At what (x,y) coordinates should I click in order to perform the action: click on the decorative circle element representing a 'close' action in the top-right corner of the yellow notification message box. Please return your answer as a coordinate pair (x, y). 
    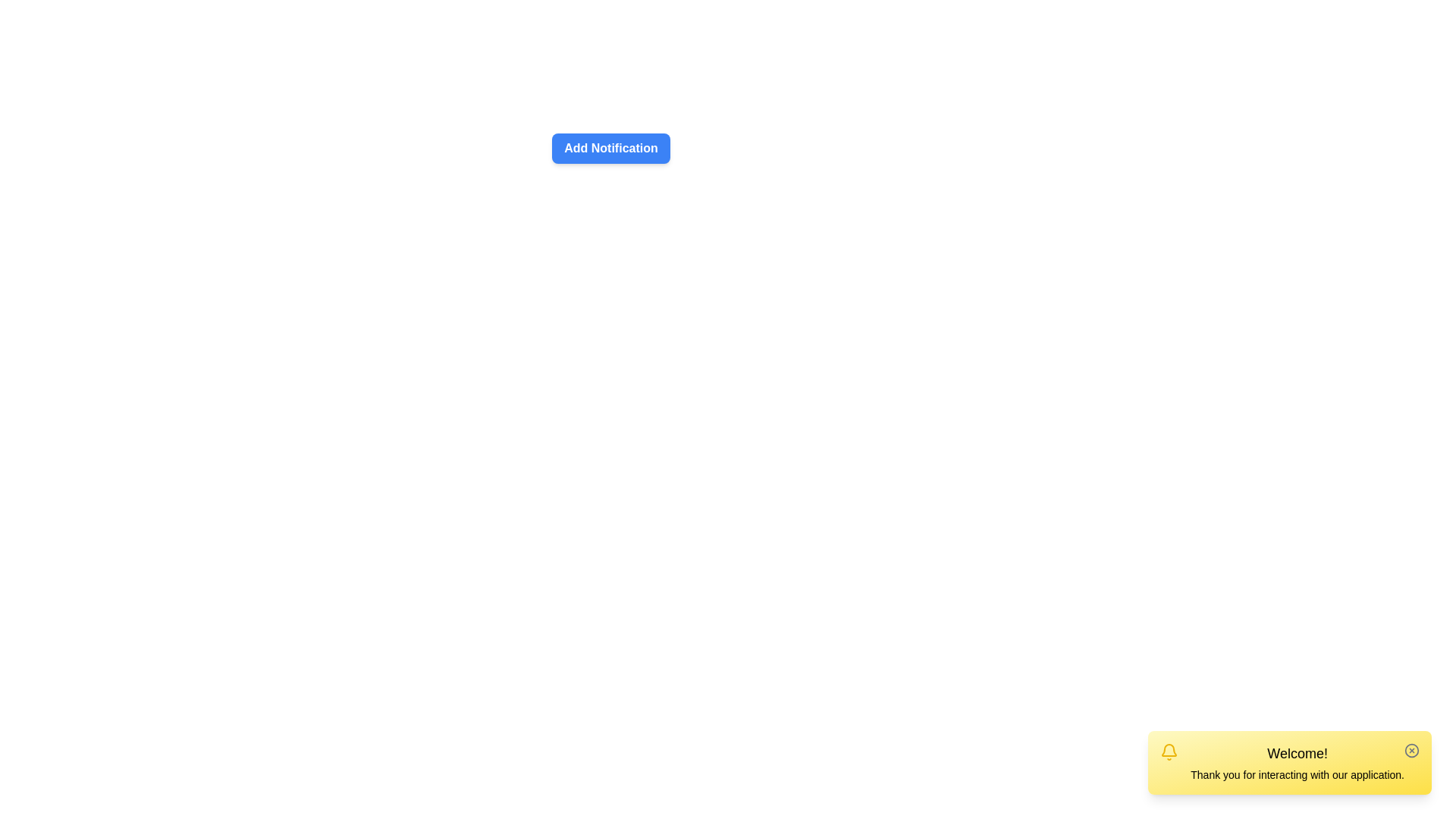
    Looking at the image, I should click on (1411, 751).